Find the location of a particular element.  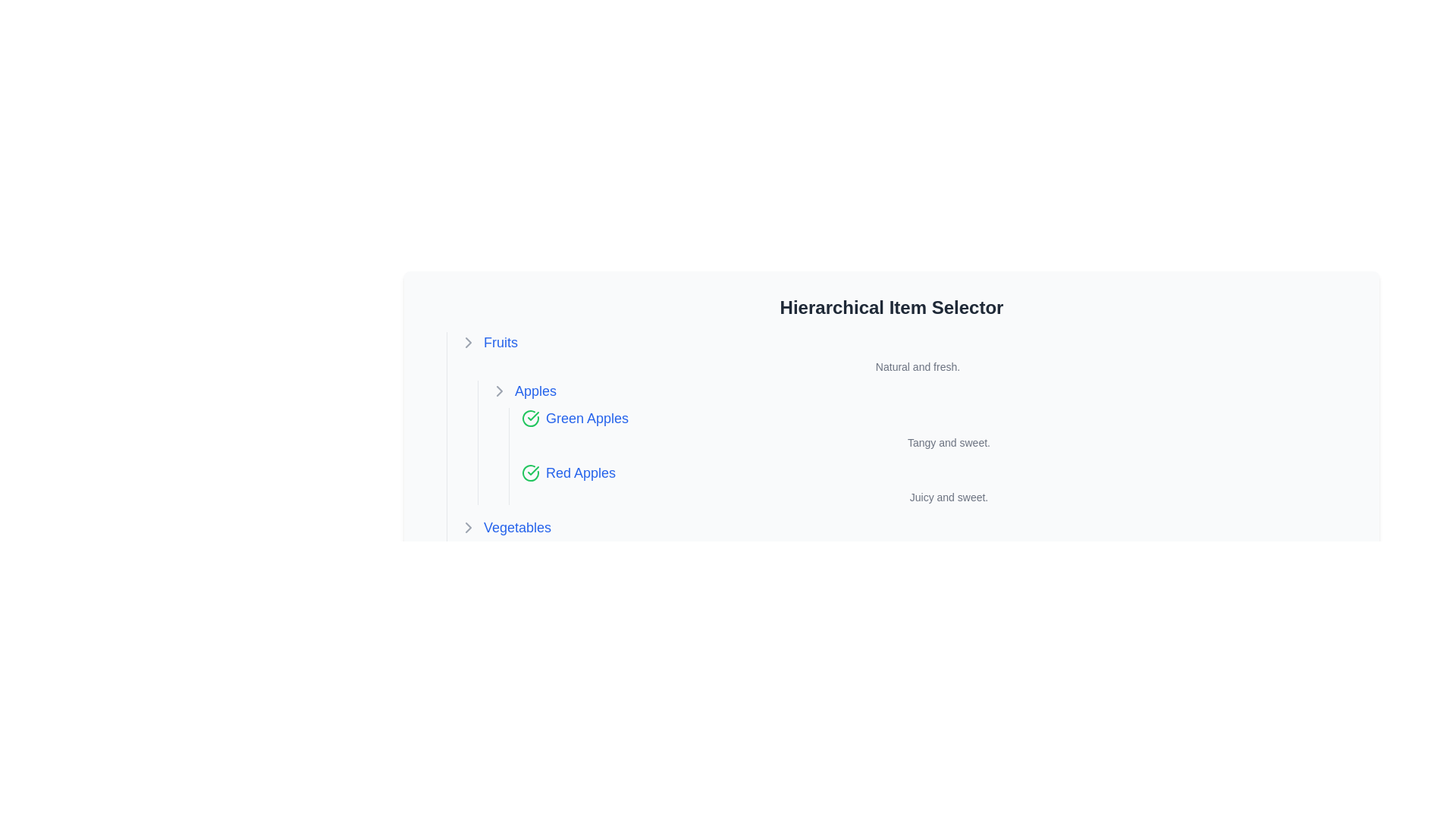

the text label displaying 'Apples' is located at coordinates (535, 391).